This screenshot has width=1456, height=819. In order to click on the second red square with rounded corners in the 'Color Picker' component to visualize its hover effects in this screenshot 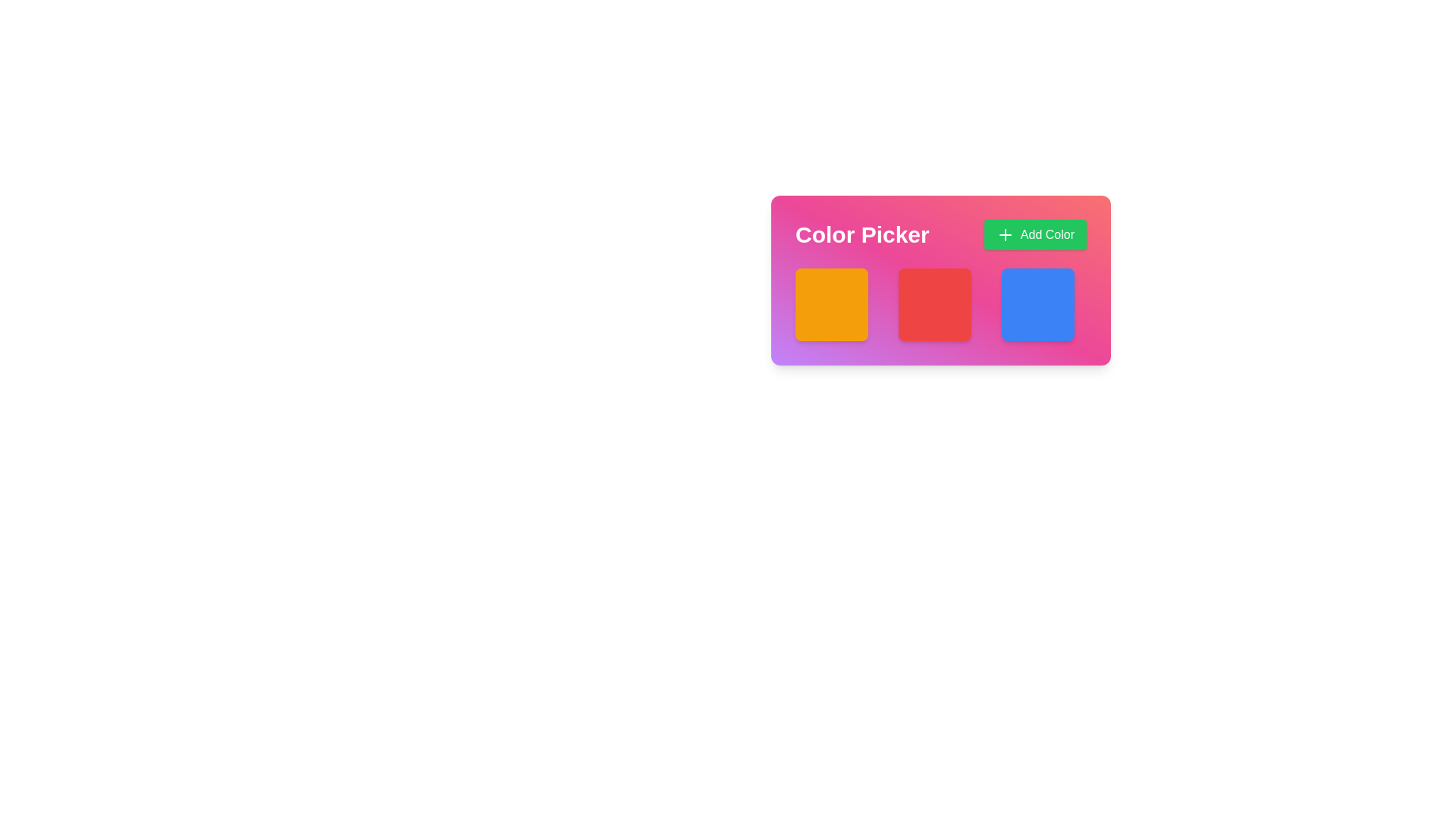, I will do `click(934, 304)`.